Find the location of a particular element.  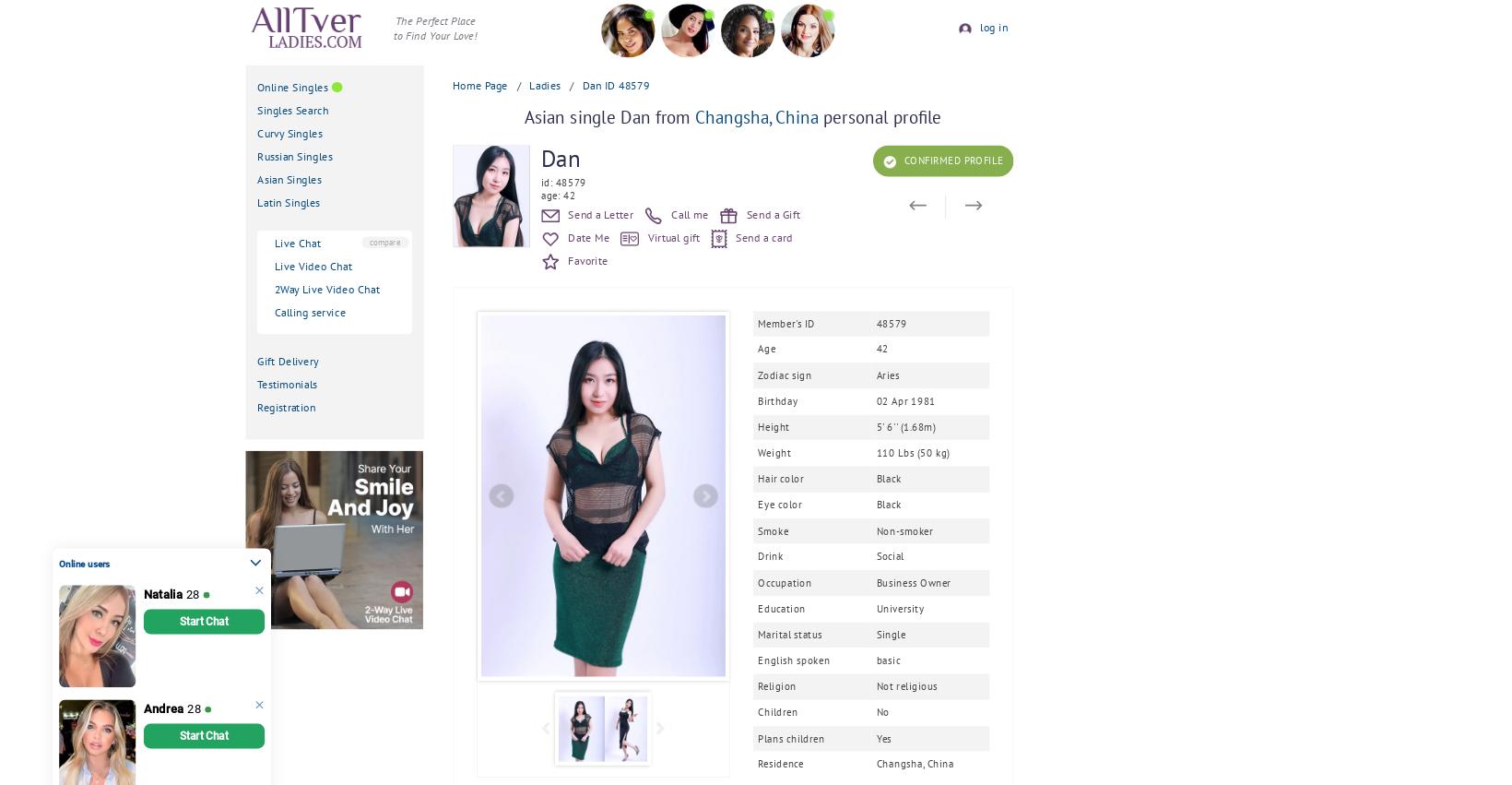

'Online users' is located at coordinates (83, 564).